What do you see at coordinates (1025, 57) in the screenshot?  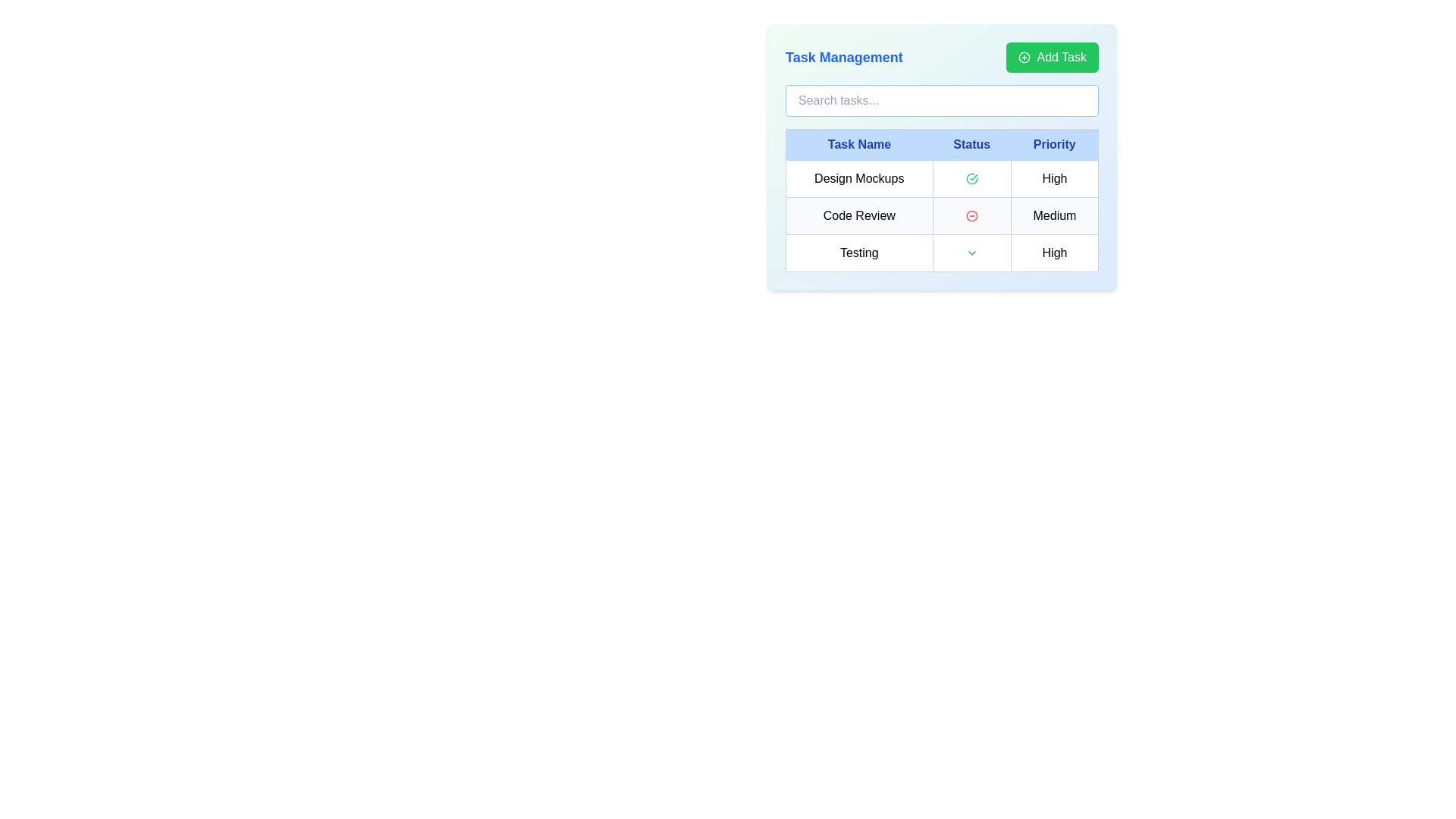 I see `the decorative circle element within the 'Add Task' button located at the top-right corner of the interface` at bounding box center [1025, 57].